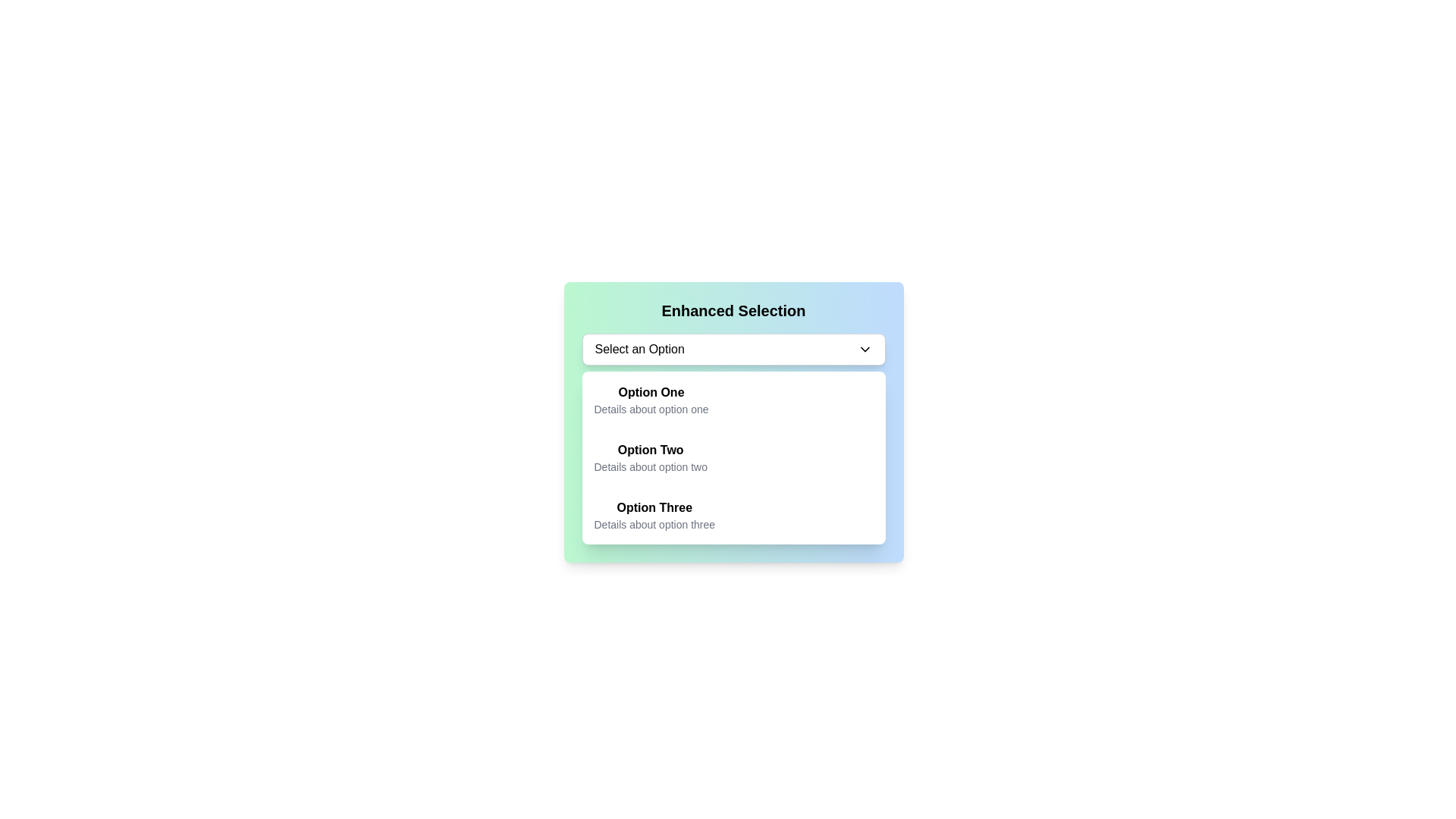 This screenshot has height=819, width=1456. I want to click on the Chevron-Down icon located on the right side of the 'Select an Option' dropdown input field, so click(864, 350).